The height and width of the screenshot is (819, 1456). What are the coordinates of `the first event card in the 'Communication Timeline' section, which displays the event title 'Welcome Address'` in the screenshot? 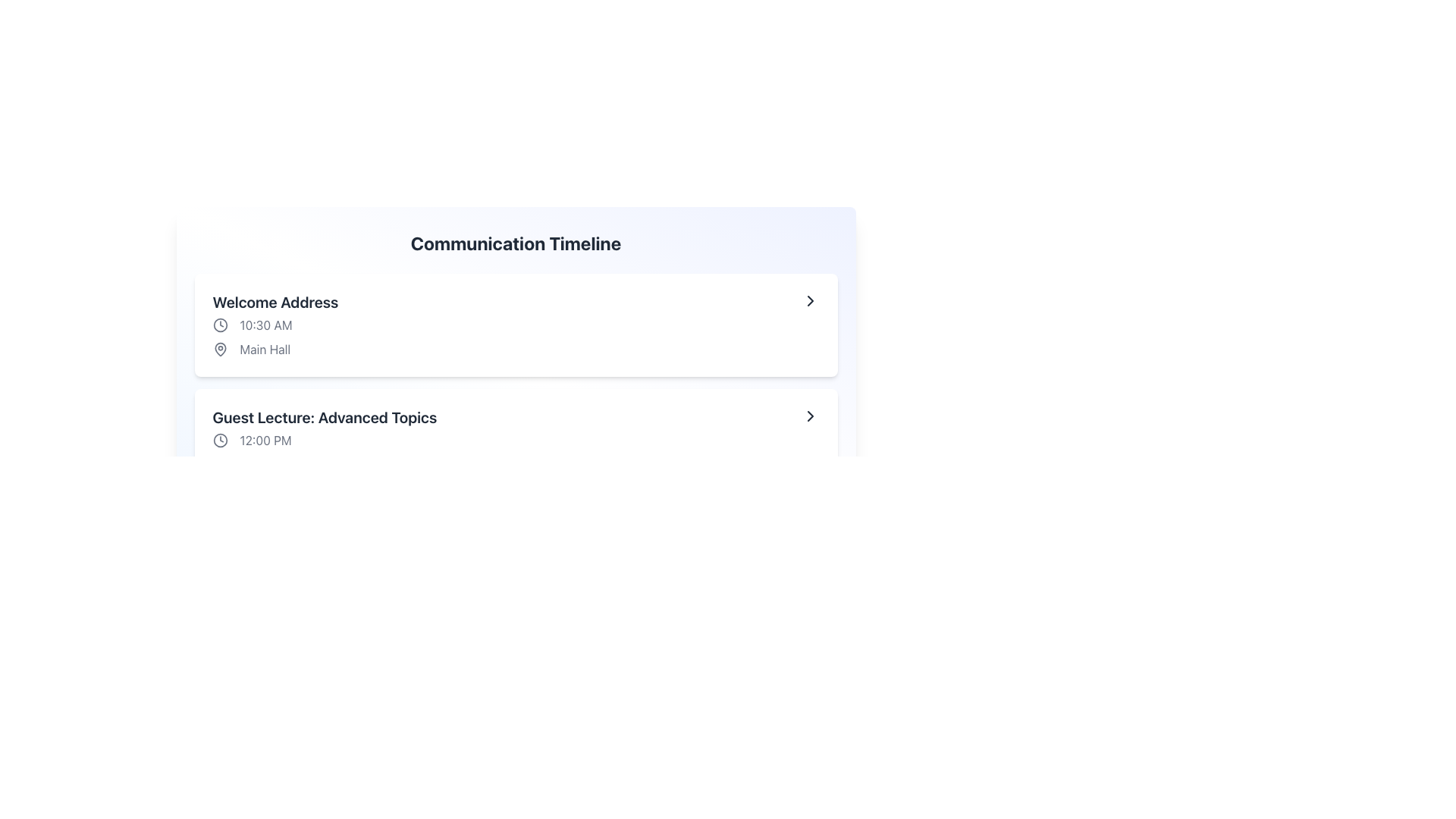 It's located at (516, 324).